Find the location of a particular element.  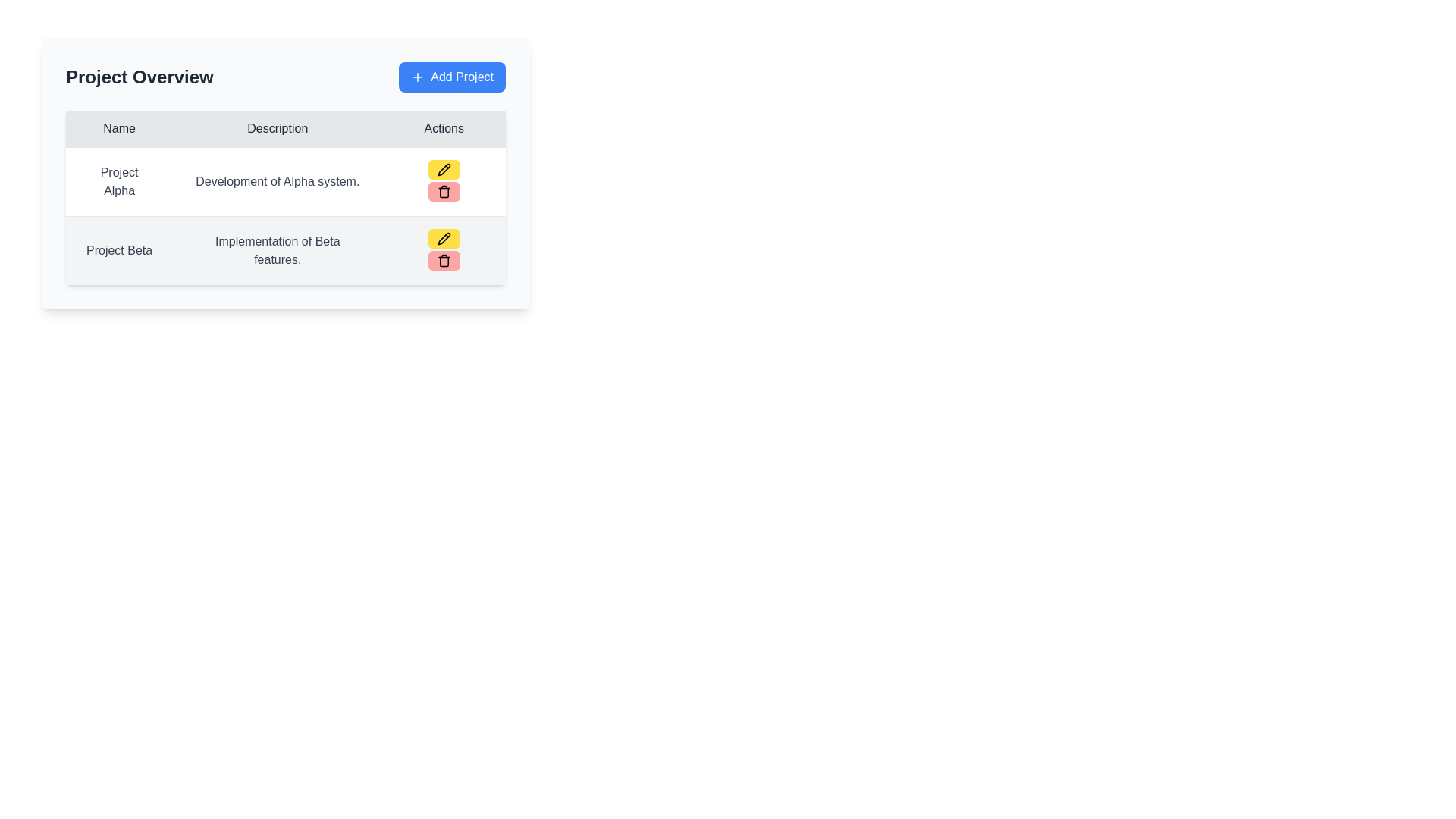

the blue 'Add Project' button with white text and a '+' icon located at the top-right corner of the 'Project Overview' section is located at coordinates (451, 77).